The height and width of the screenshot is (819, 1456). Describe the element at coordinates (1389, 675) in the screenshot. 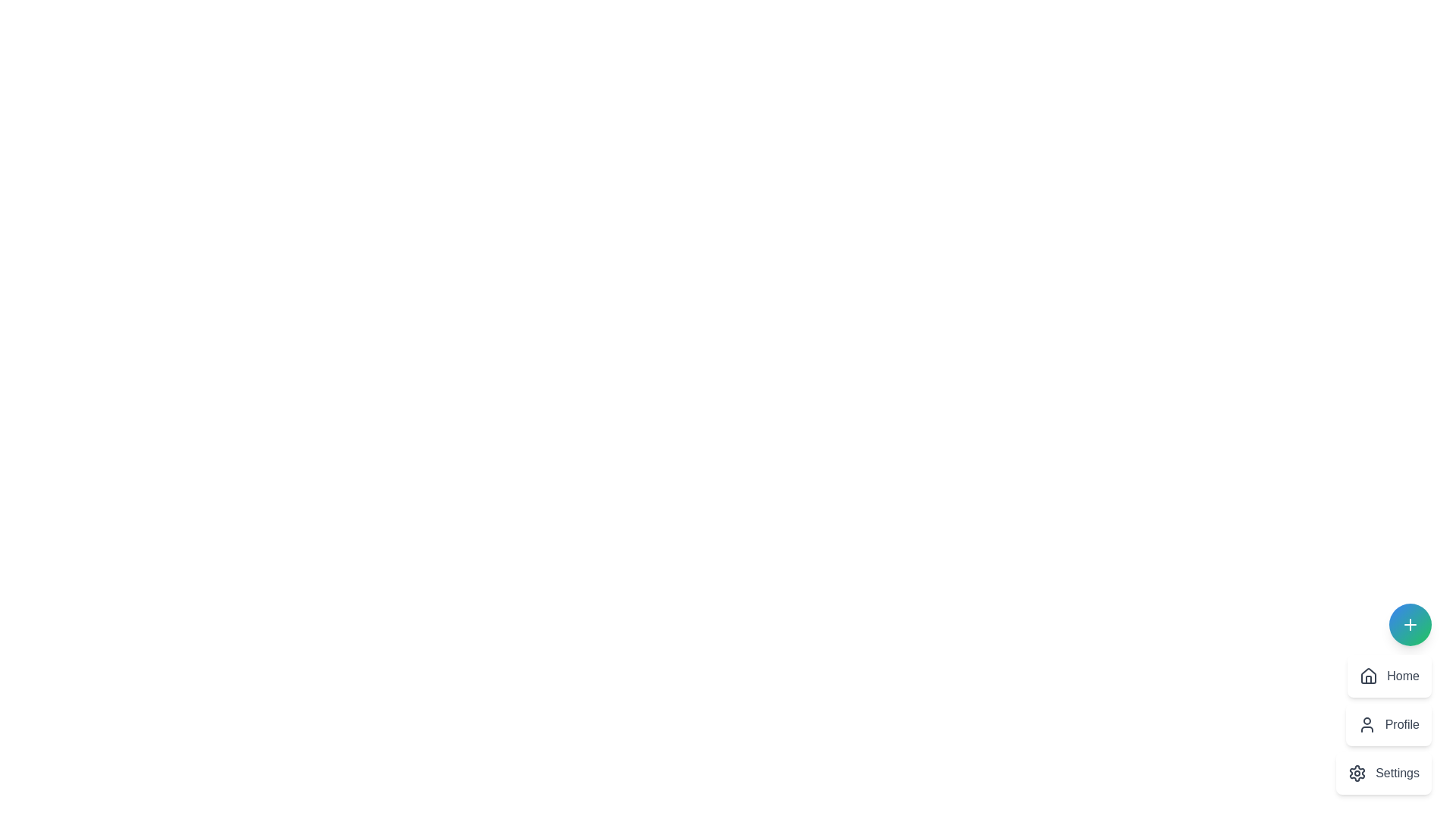

I see `the action Home from the speed dial menu` at that location.